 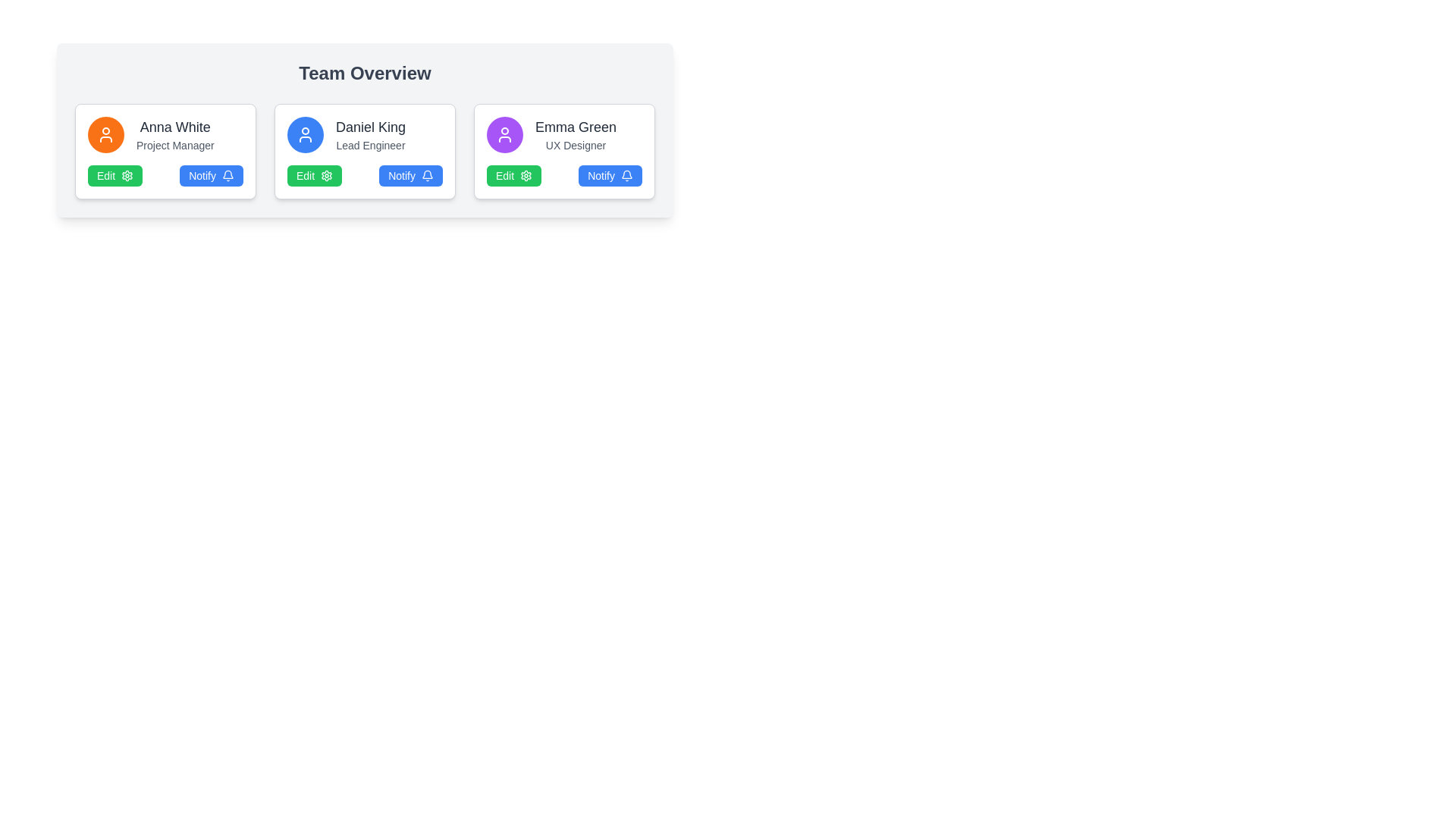 What do you see at coordinates (127, 174) in the screenshot?
I see `the gear-shaped settings icon located within the green 'Edit' button in the first card of the row under 'Anna White - Project Manager'` at bounding box center [127, 174].